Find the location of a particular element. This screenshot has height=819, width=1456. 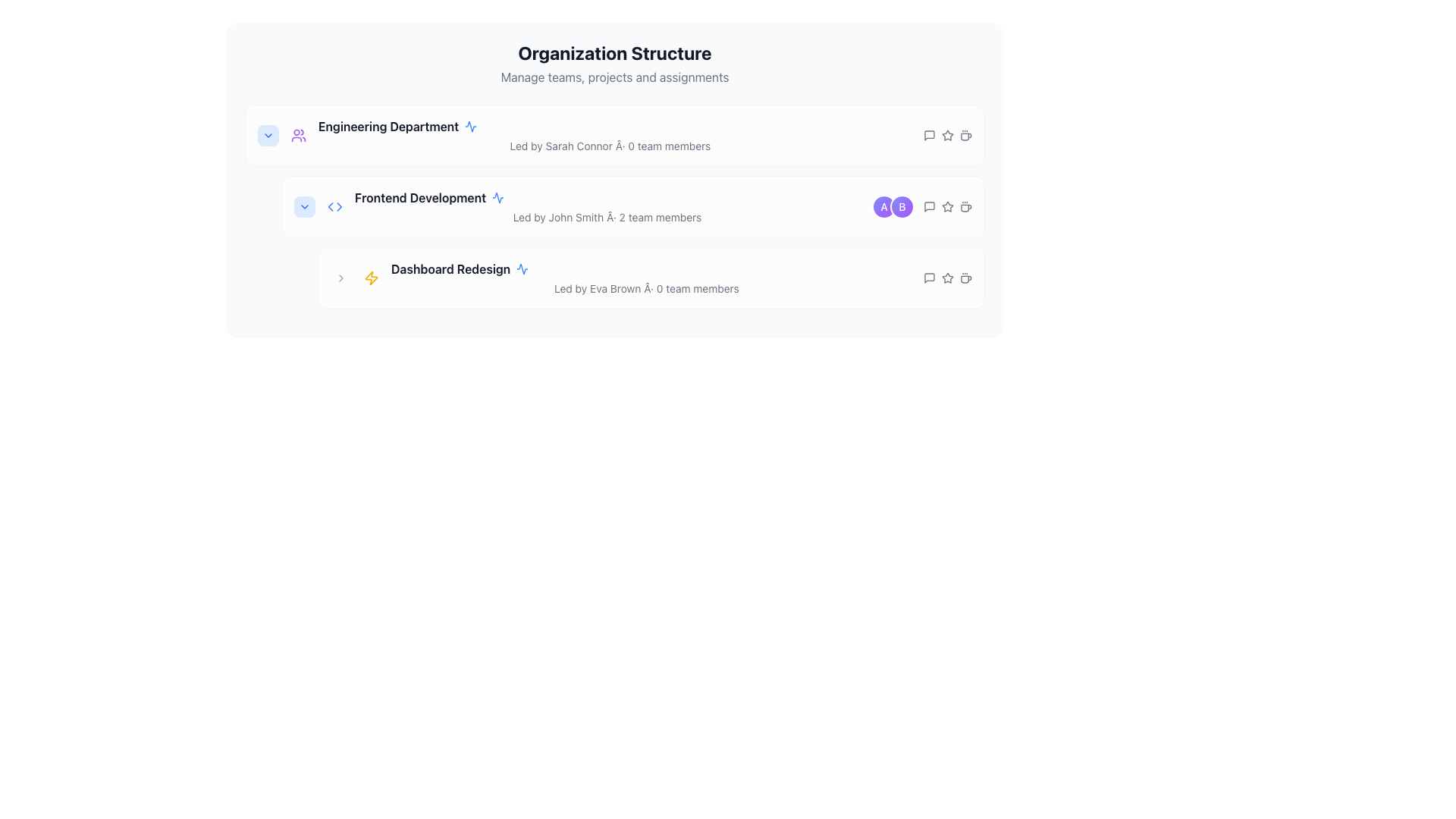

the decorative icon representing activity in the 'Dashboard Redesign' section, located to the right of the yellow lightning bolt icon is located at coordinates (522, 268).